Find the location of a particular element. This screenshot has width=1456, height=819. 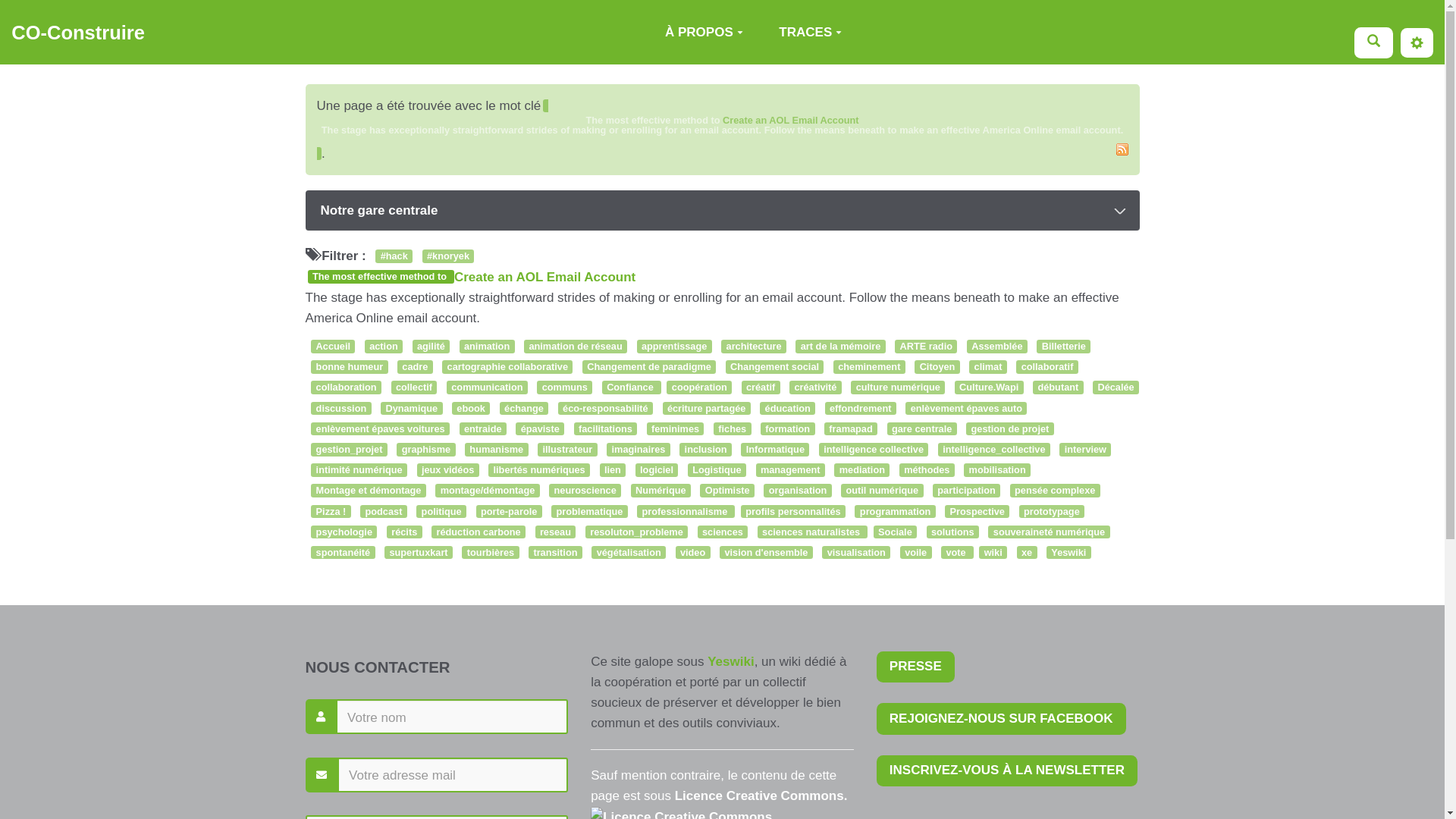

'Create an AOL Email Account' is located at coordinates (453, 277).